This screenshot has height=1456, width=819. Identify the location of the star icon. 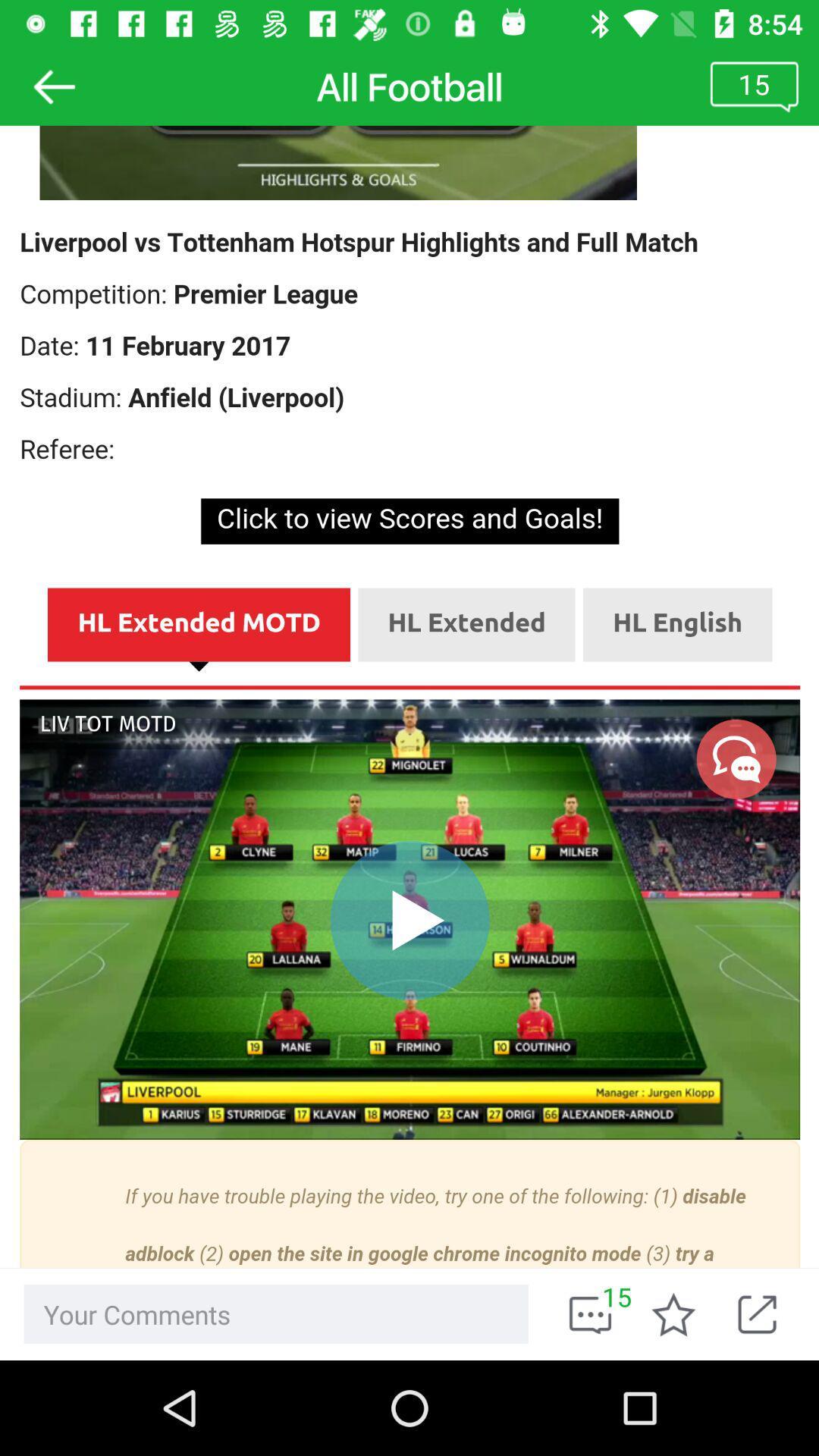
(673, 1313).